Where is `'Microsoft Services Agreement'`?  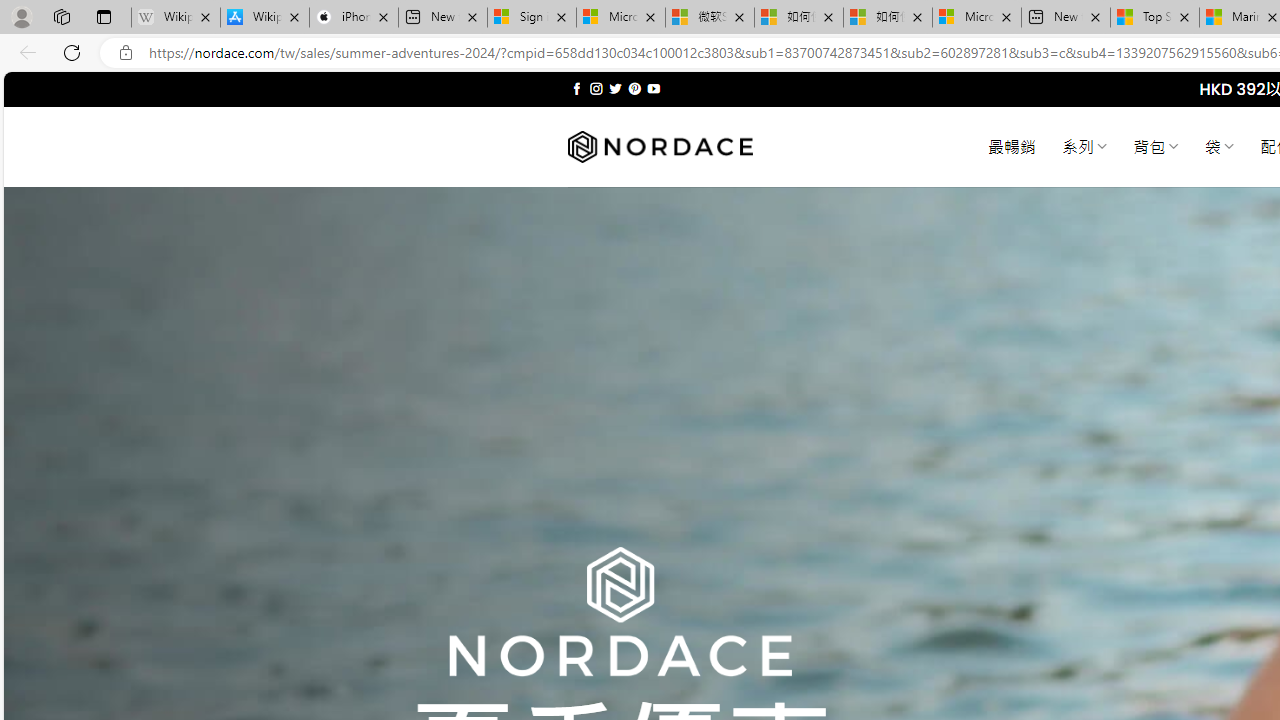 'Microsoft Services Agreement' is located at coordinates (620, 17).